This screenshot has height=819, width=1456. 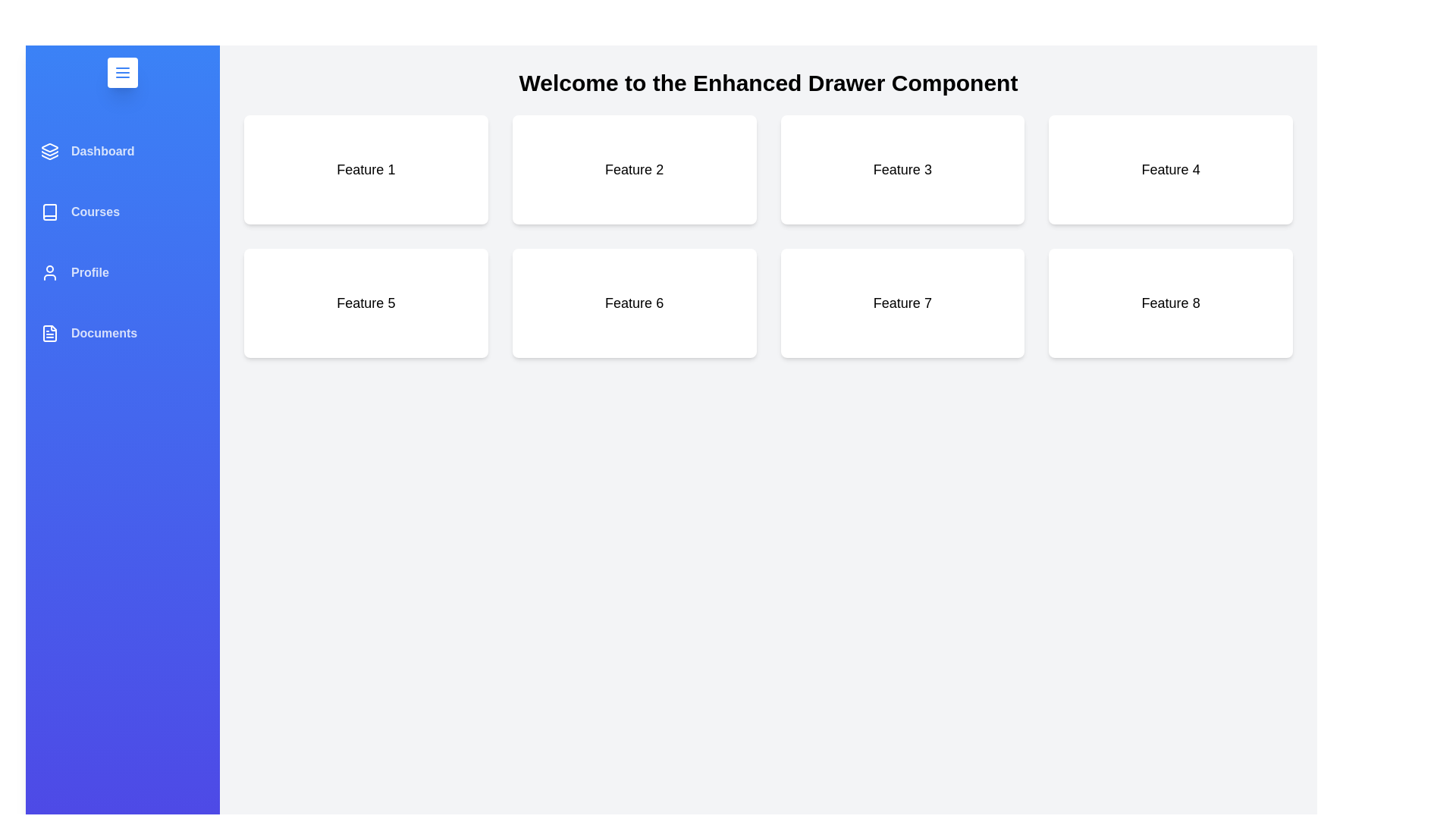 I want to click on the menu item Profile to reveal its hover effect, so click(x=123, y=271).